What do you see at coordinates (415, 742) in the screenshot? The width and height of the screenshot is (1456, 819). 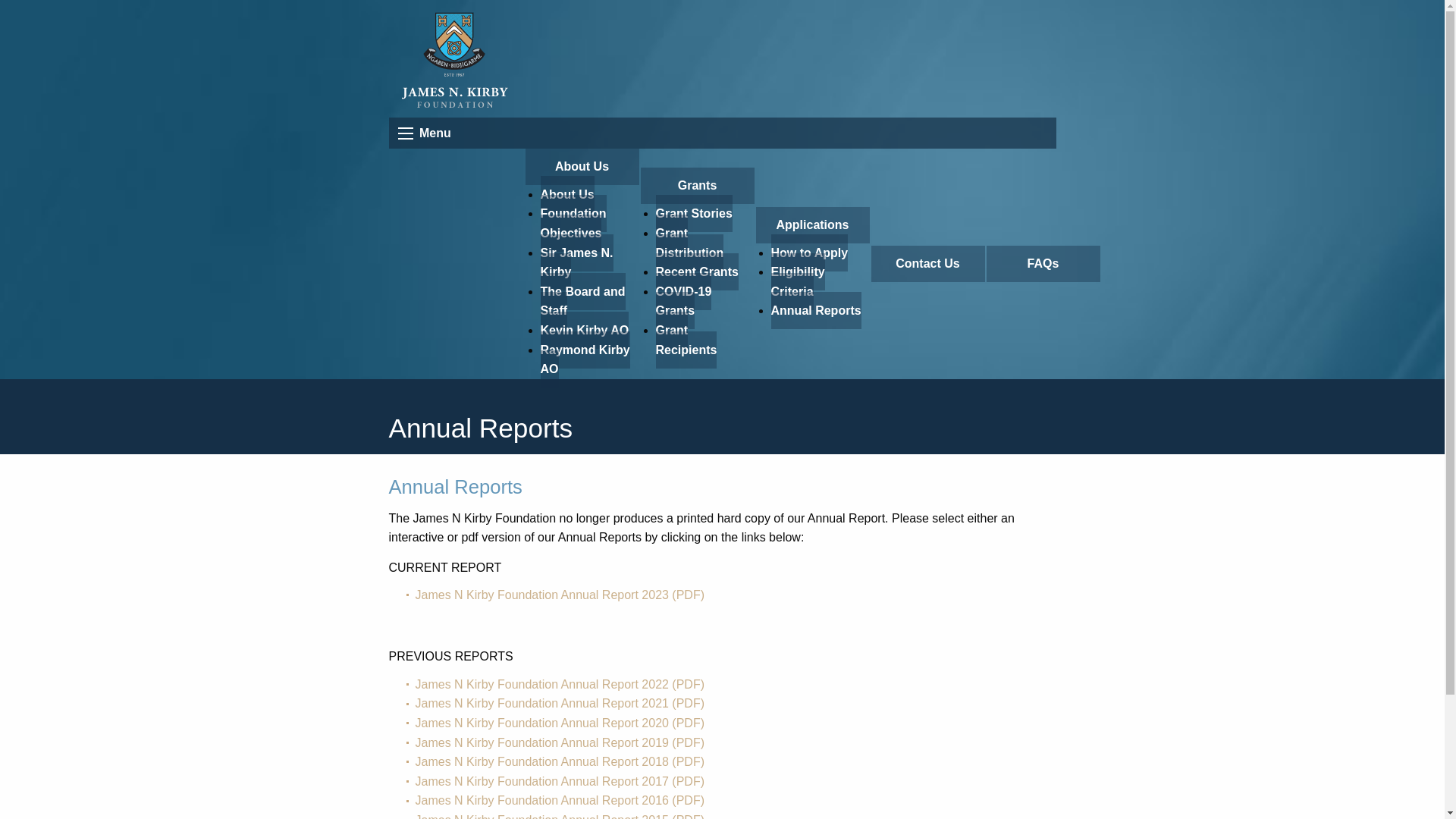 I see `'James N Kirby Foundation Annual Report 2019 (PDF)'` at bounding box center [415, 742].